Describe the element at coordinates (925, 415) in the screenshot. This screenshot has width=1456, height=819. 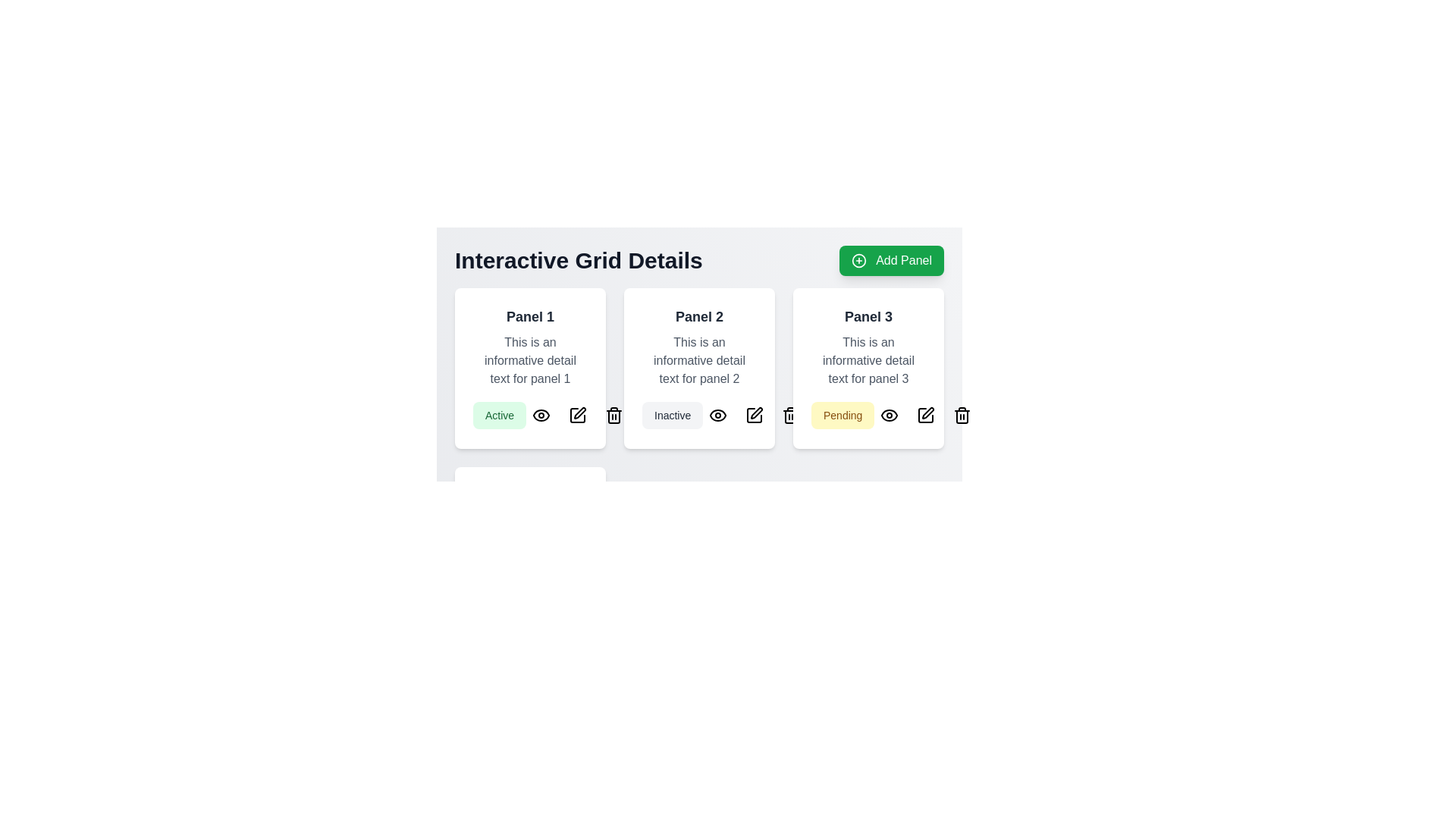
I see `the left side segment of the 'edit' icon located in the center-bottom area of Panel 3 to initiate editing or customization` at that location.